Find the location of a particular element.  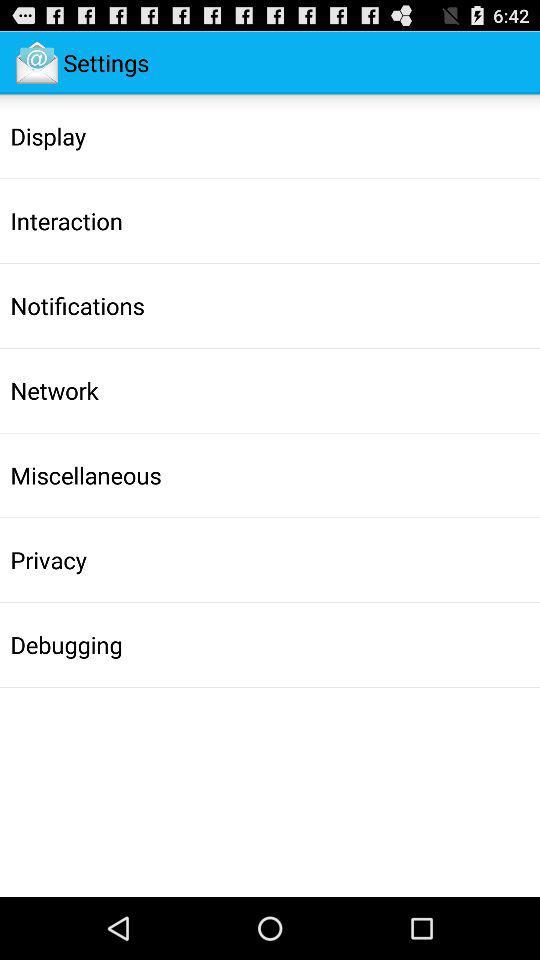

the icon above the network item is located at coordinates (76, 305).